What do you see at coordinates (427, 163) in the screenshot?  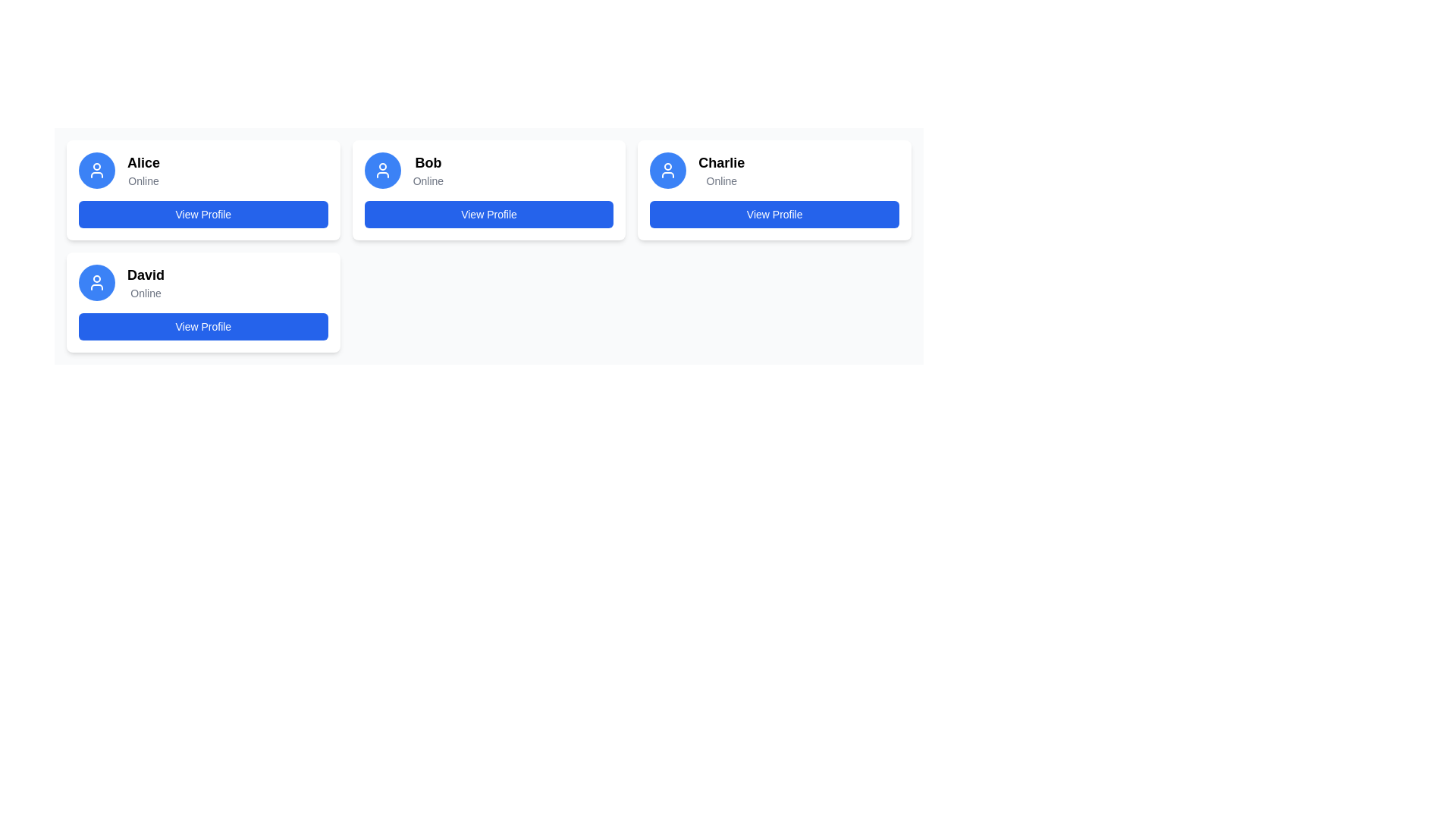 I see `the static text label displaying the name 'Bob' in bold, black font, which is positioned above the text labeled 'Online' in the profile tile layout` at bounding box center [427, 163].